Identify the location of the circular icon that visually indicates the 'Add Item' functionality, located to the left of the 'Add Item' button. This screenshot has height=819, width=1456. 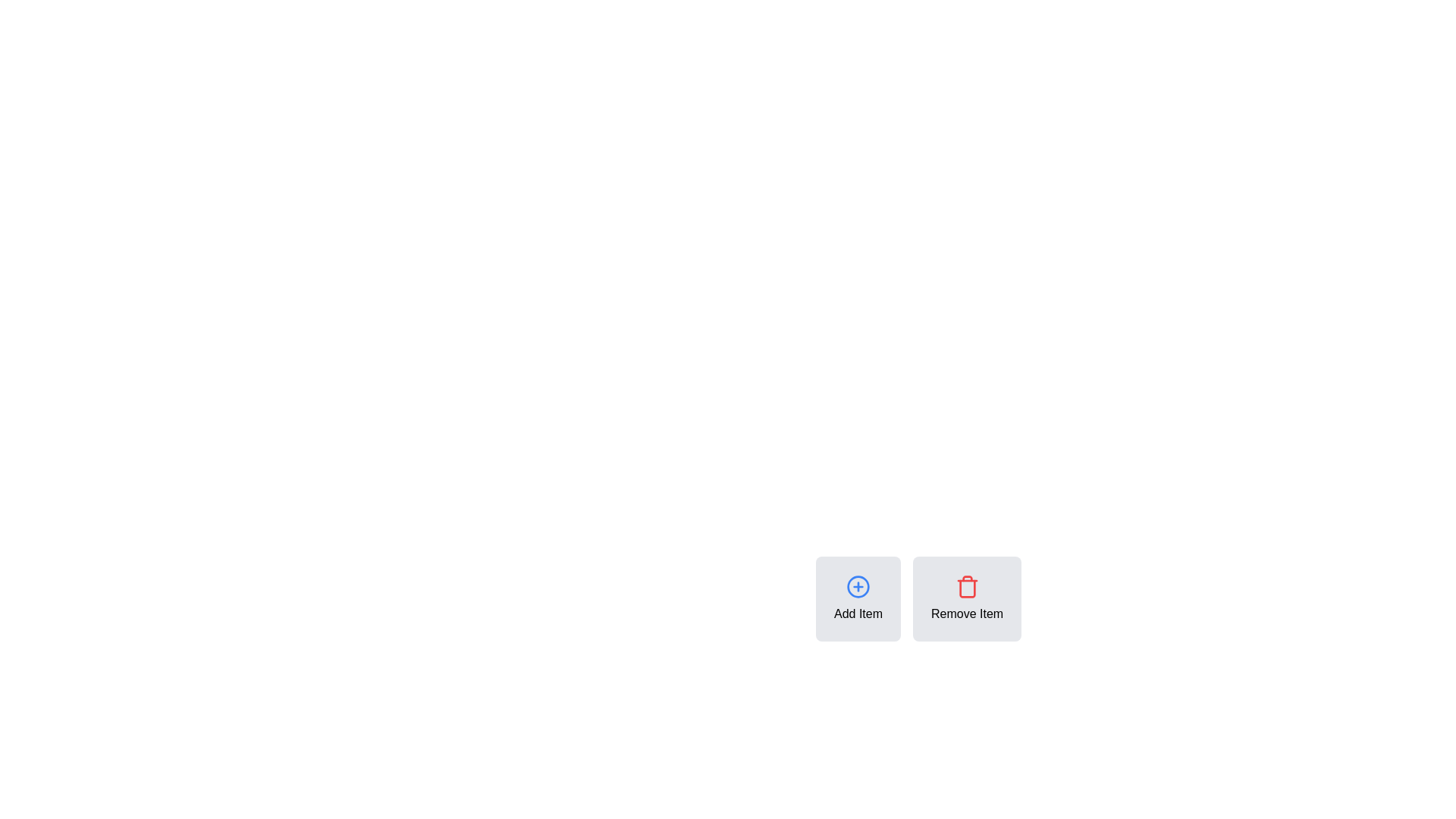
(858, 586).